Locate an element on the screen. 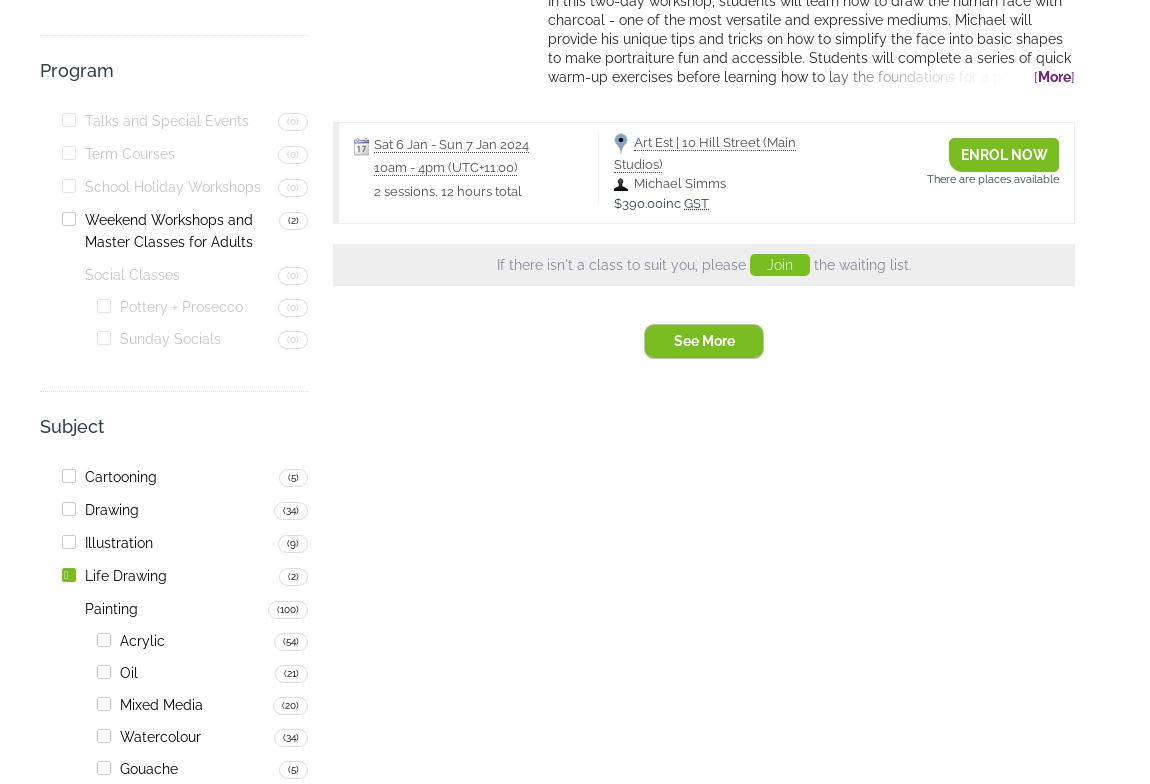  '(9)' is located at coordinates (293, 543).